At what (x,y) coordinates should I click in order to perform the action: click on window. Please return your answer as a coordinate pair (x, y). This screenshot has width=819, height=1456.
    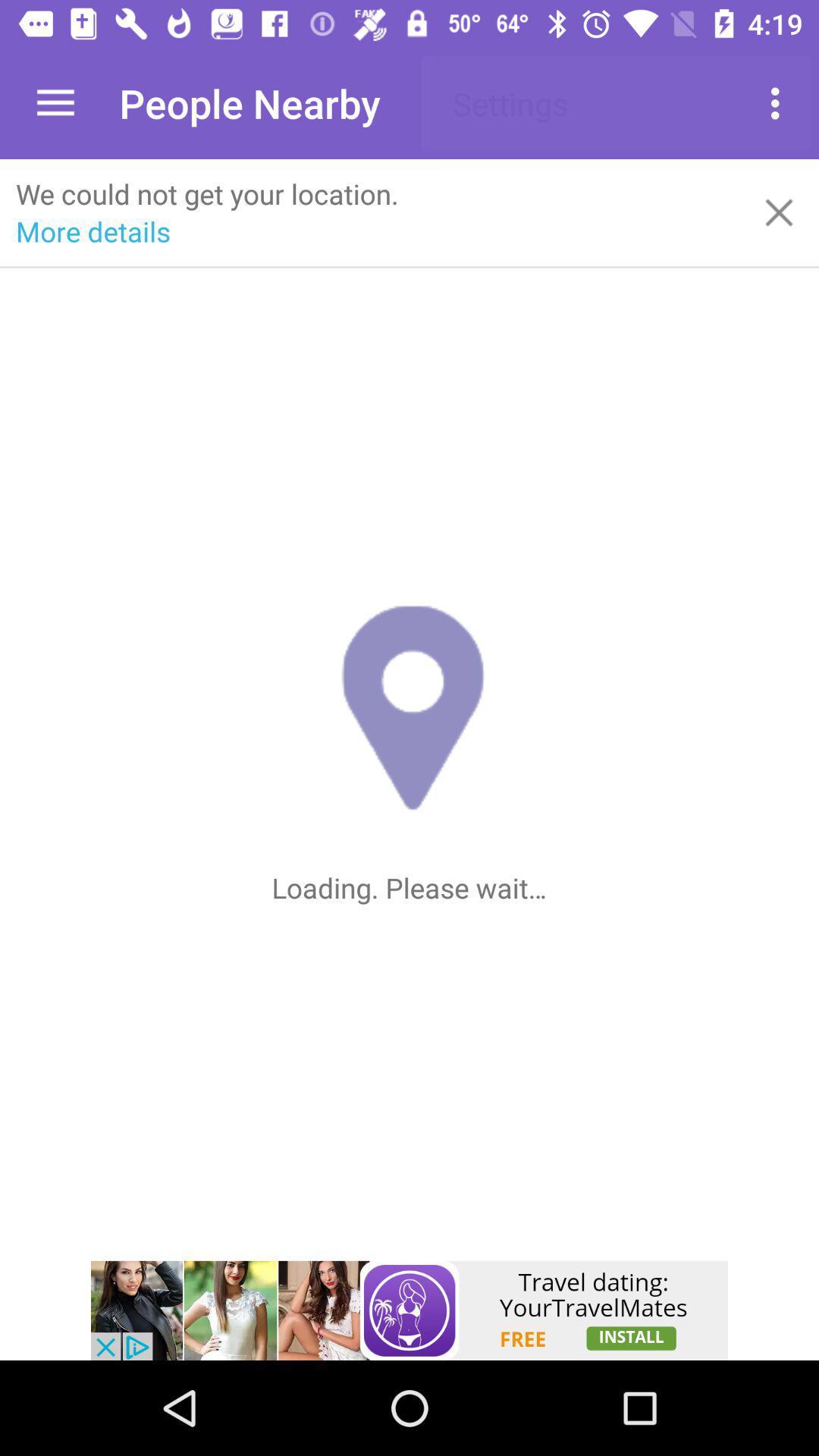
    Looking at the image, I should click on (779, 212).